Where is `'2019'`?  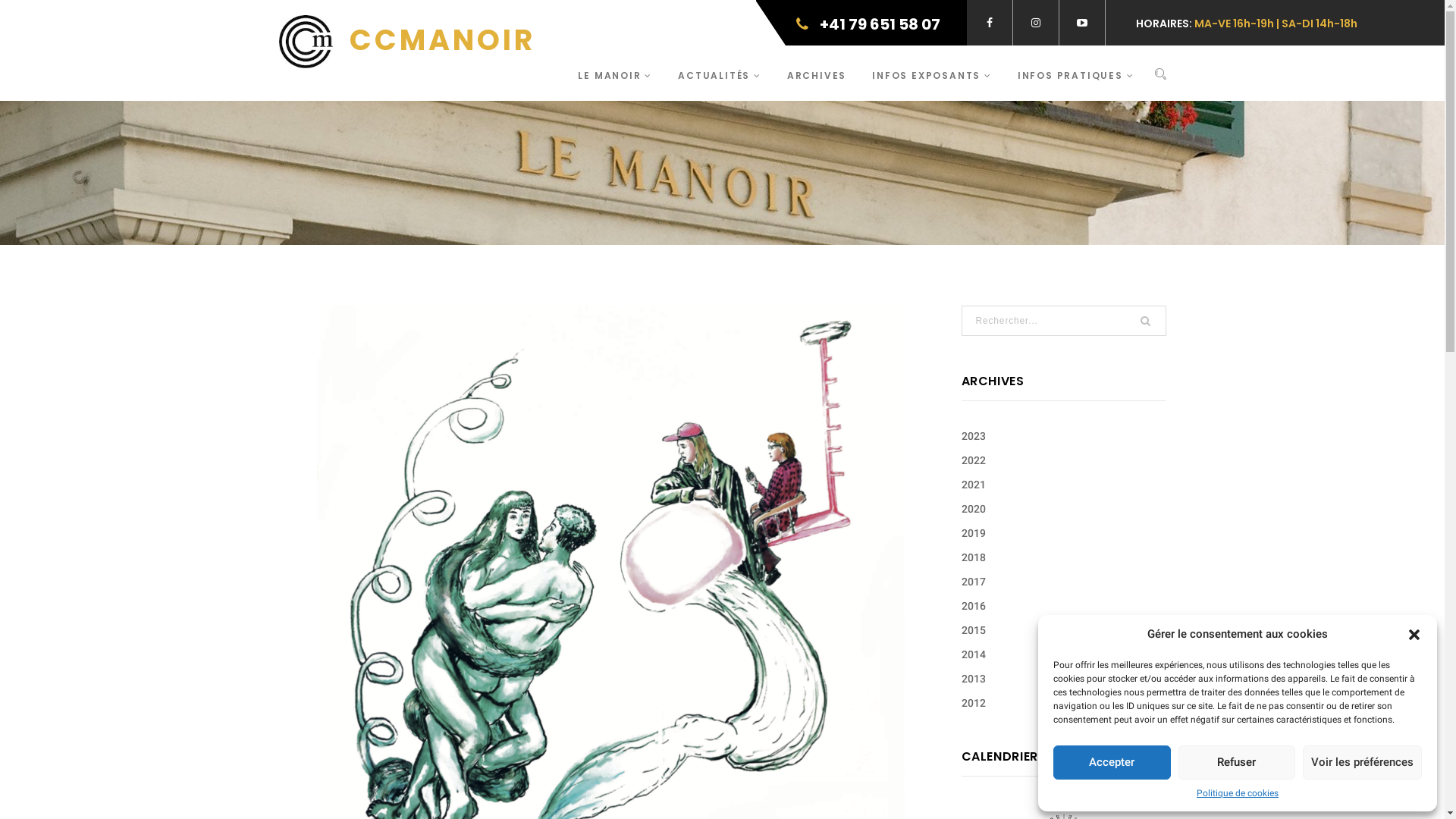 '2019' is located at coordinates (973, 532).